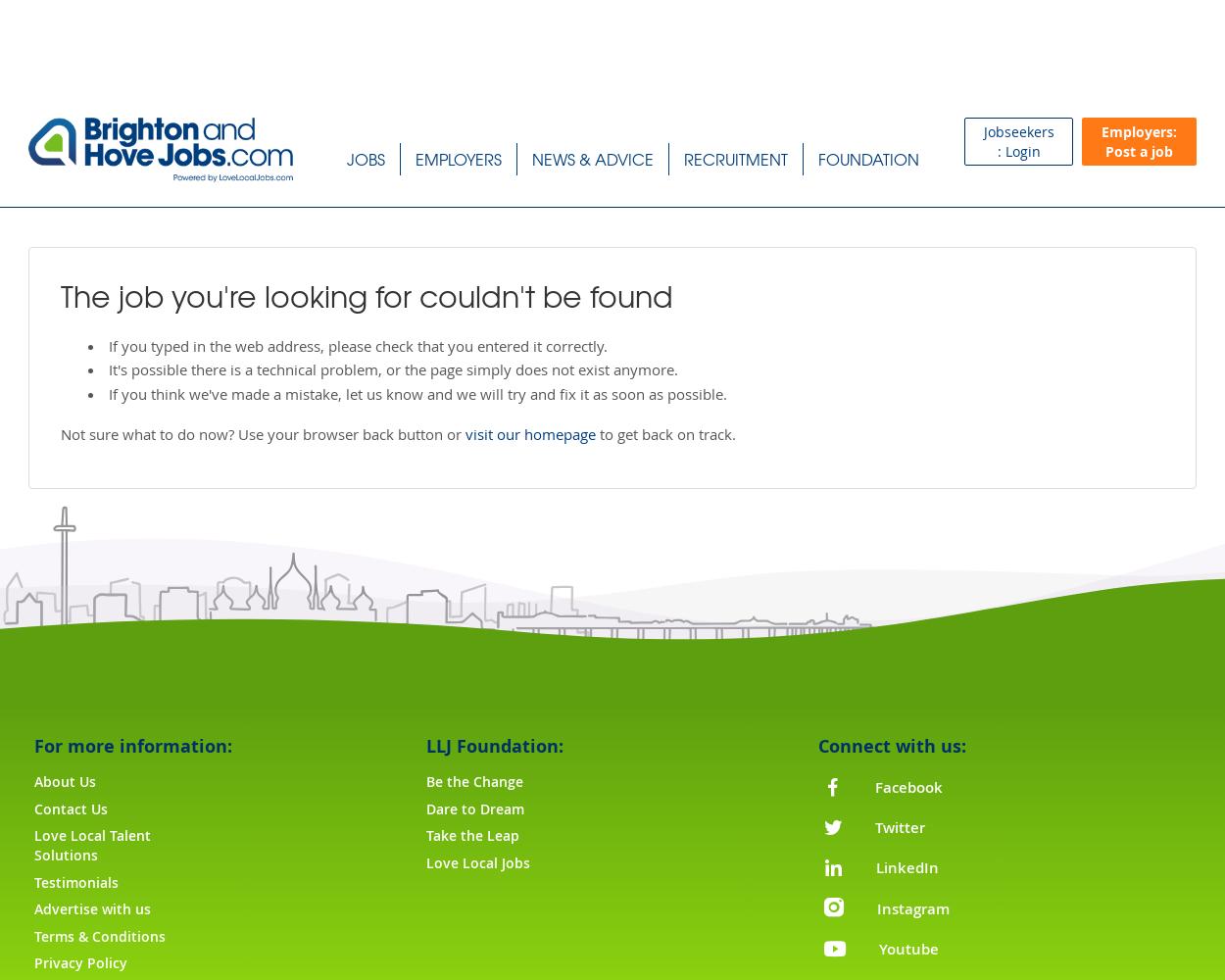 This screenshot has height=980, width=1225. What do you see at coordinates (906, 867) in the screenshot?
I see `'LinkedIn'` at bounding box center [906, 867].